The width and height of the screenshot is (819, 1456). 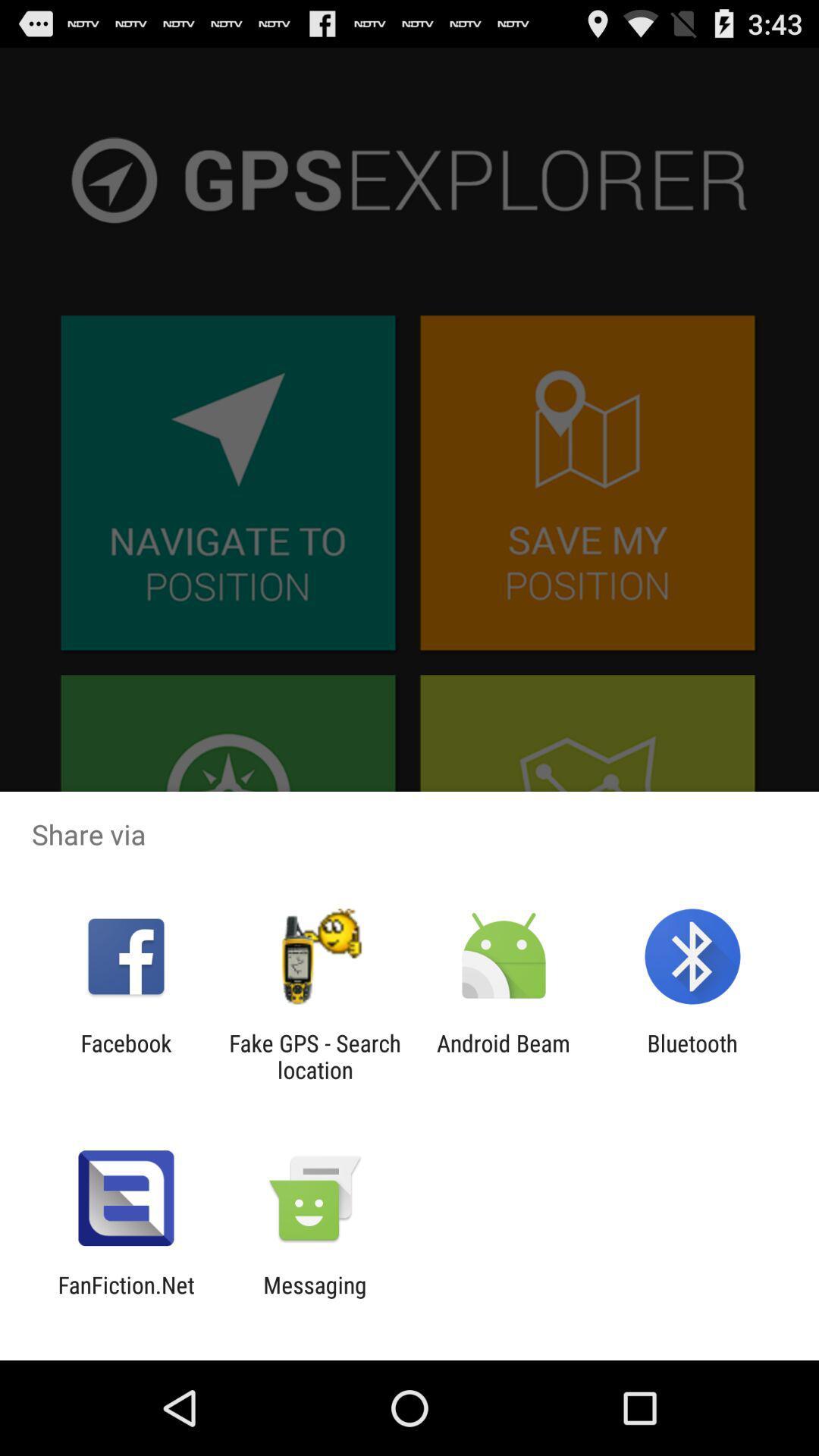 I want to click on item next to the fanfiction.net icon, so click(x=314, y=1298).